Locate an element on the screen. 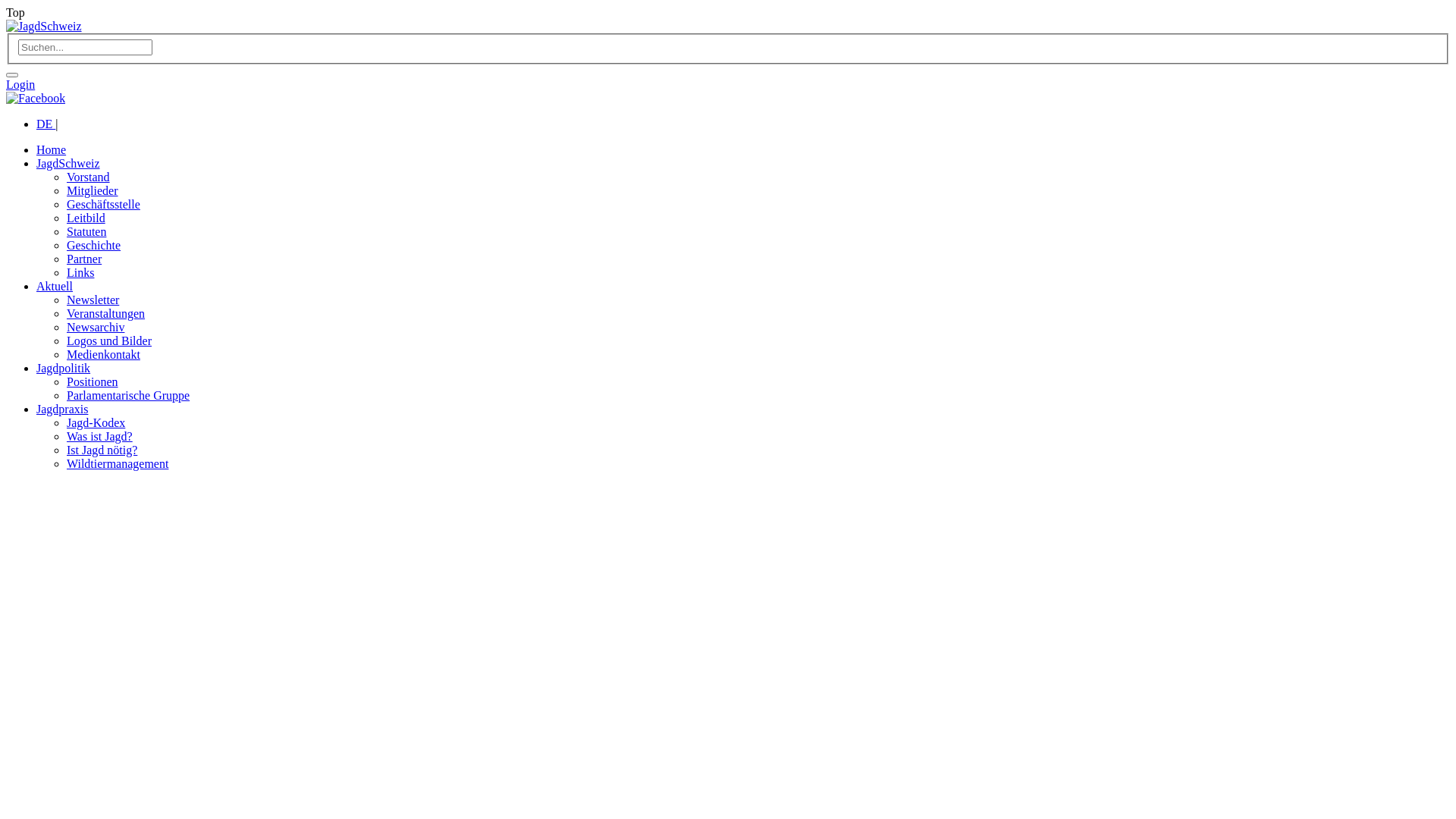  'Wildtiermanagement' is located at coordinates (116, 463).